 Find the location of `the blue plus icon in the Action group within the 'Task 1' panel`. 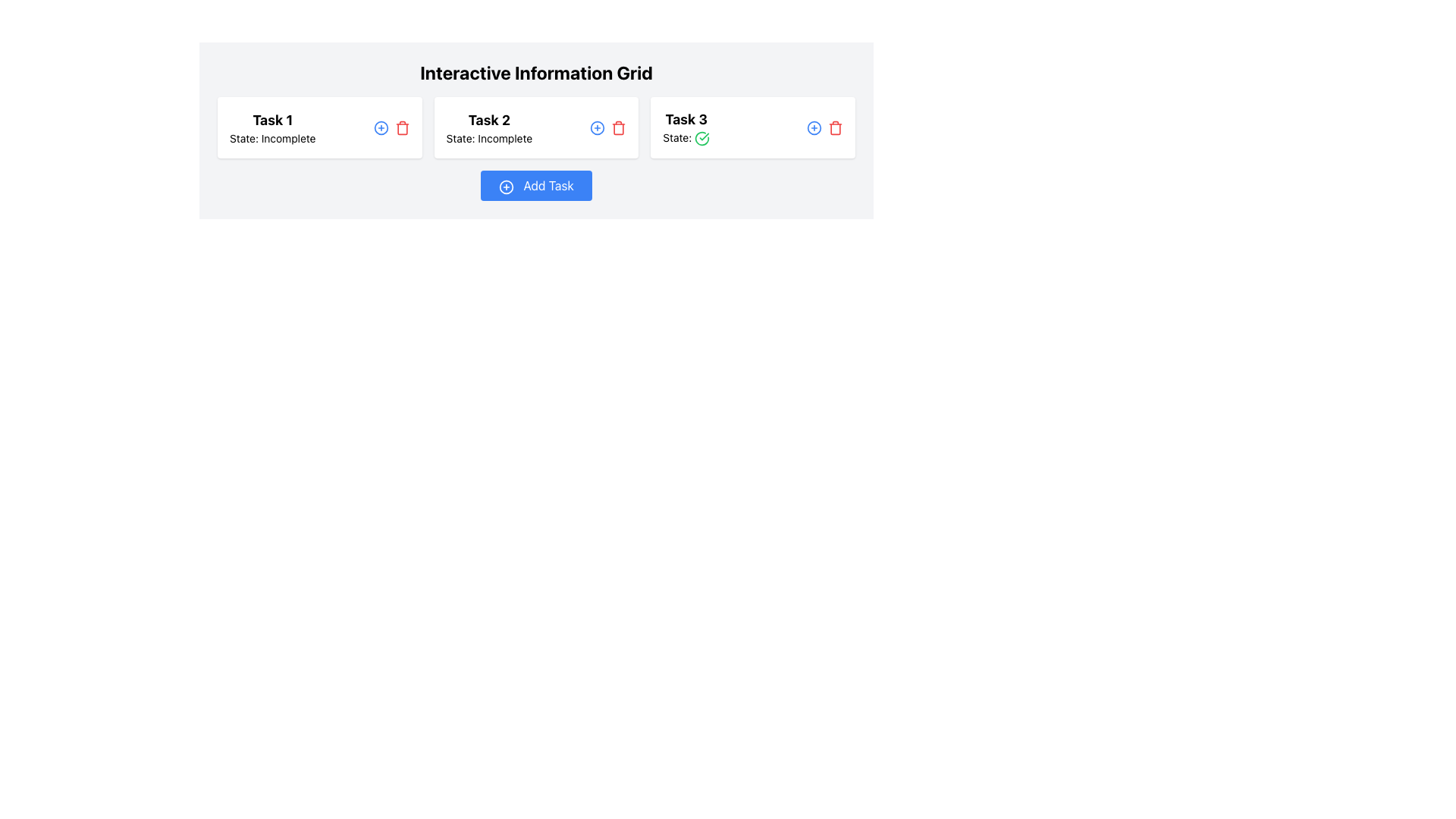

the blue plus icon in the Action group within the 'Task 1' panel is located at coordinates (391, 127).